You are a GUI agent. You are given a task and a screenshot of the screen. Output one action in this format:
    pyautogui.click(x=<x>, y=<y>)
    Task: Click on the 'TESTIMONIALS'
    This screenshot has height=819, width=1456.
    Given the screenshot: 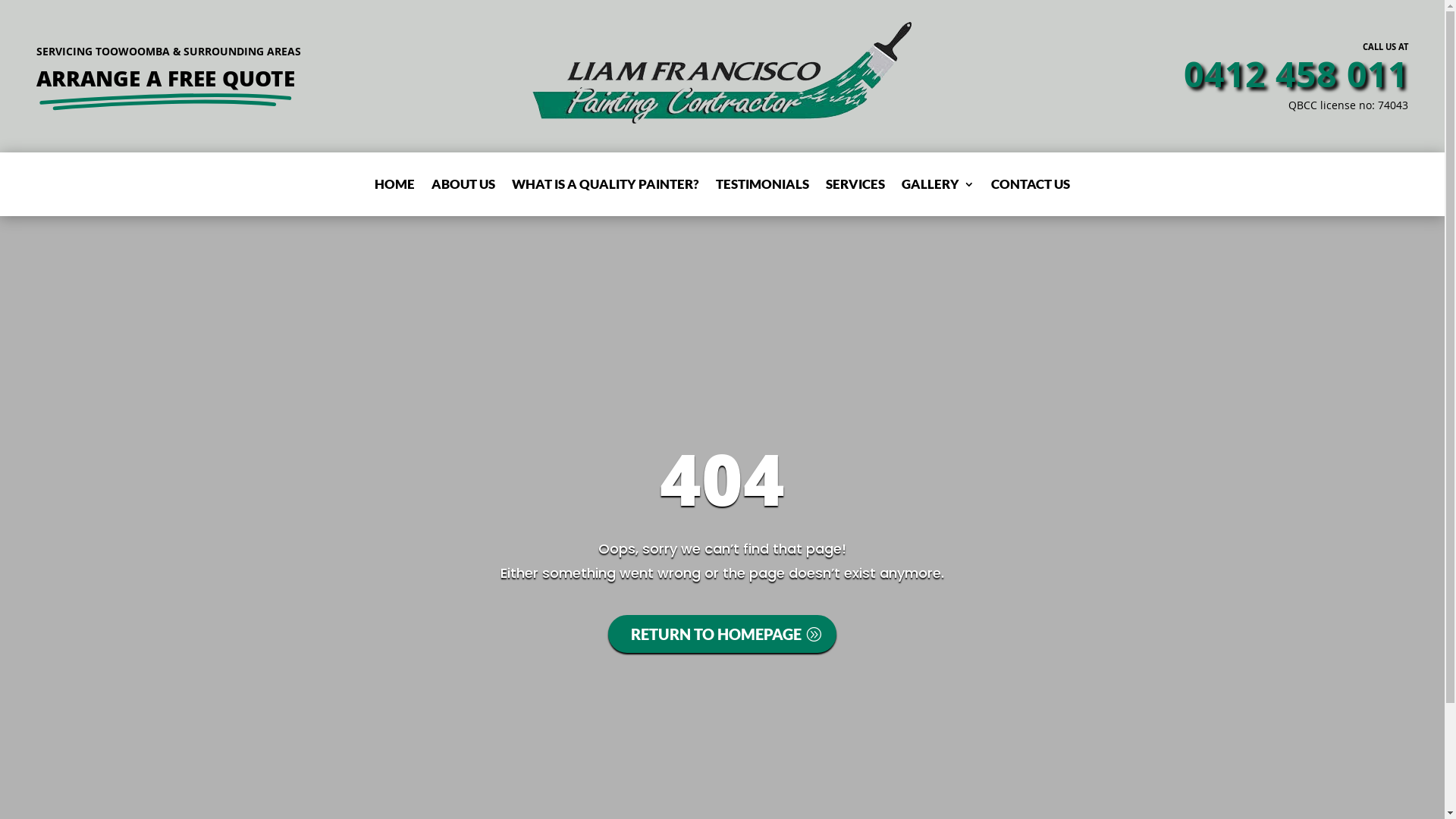 What is the action you would take?
    pyautogui.click(x=762, y=186)
    